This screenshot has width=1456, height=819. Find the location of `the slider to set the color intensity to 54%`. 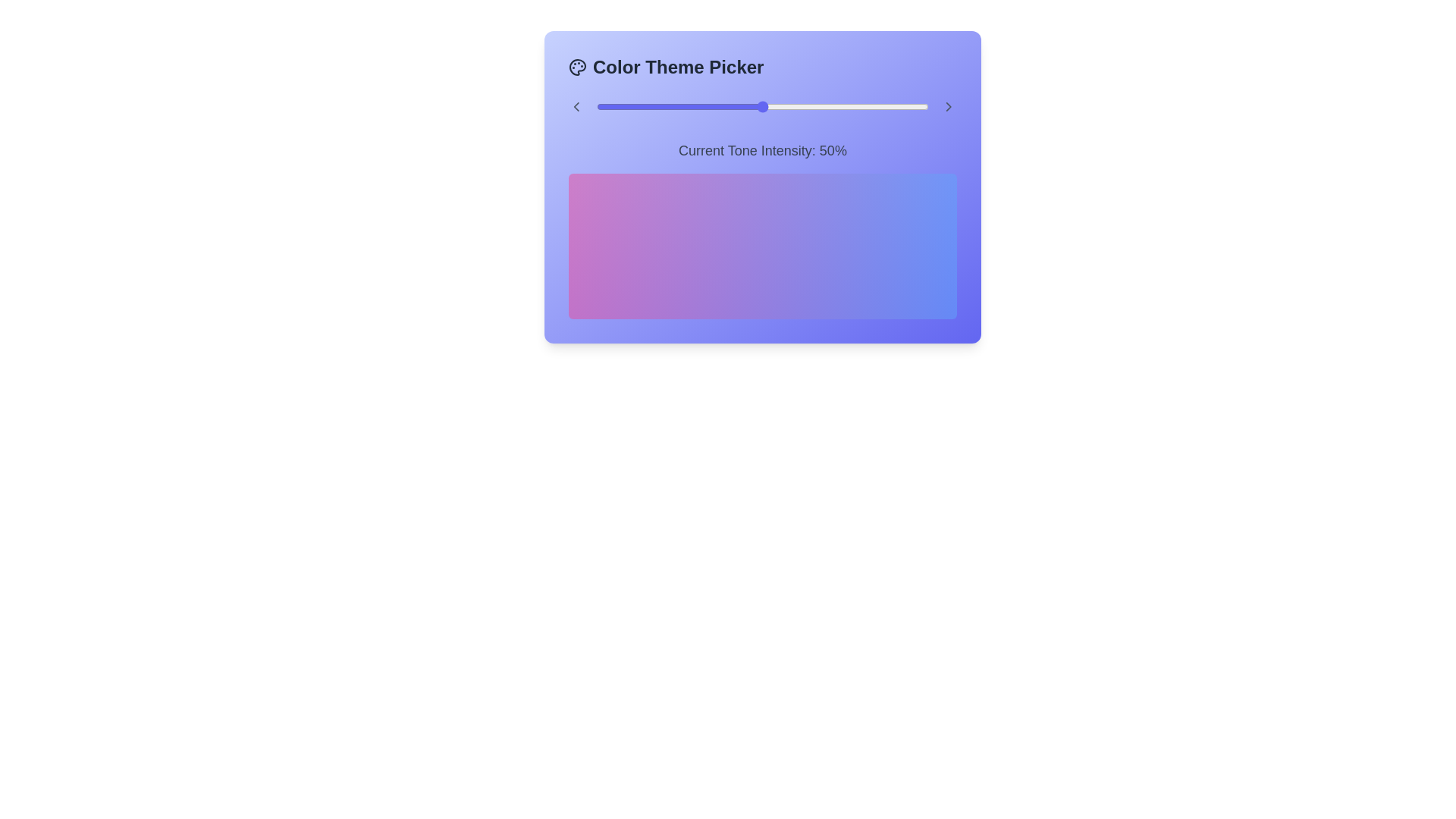

the slider to set the color intensity to 54% is located at coordinates (776, 106).